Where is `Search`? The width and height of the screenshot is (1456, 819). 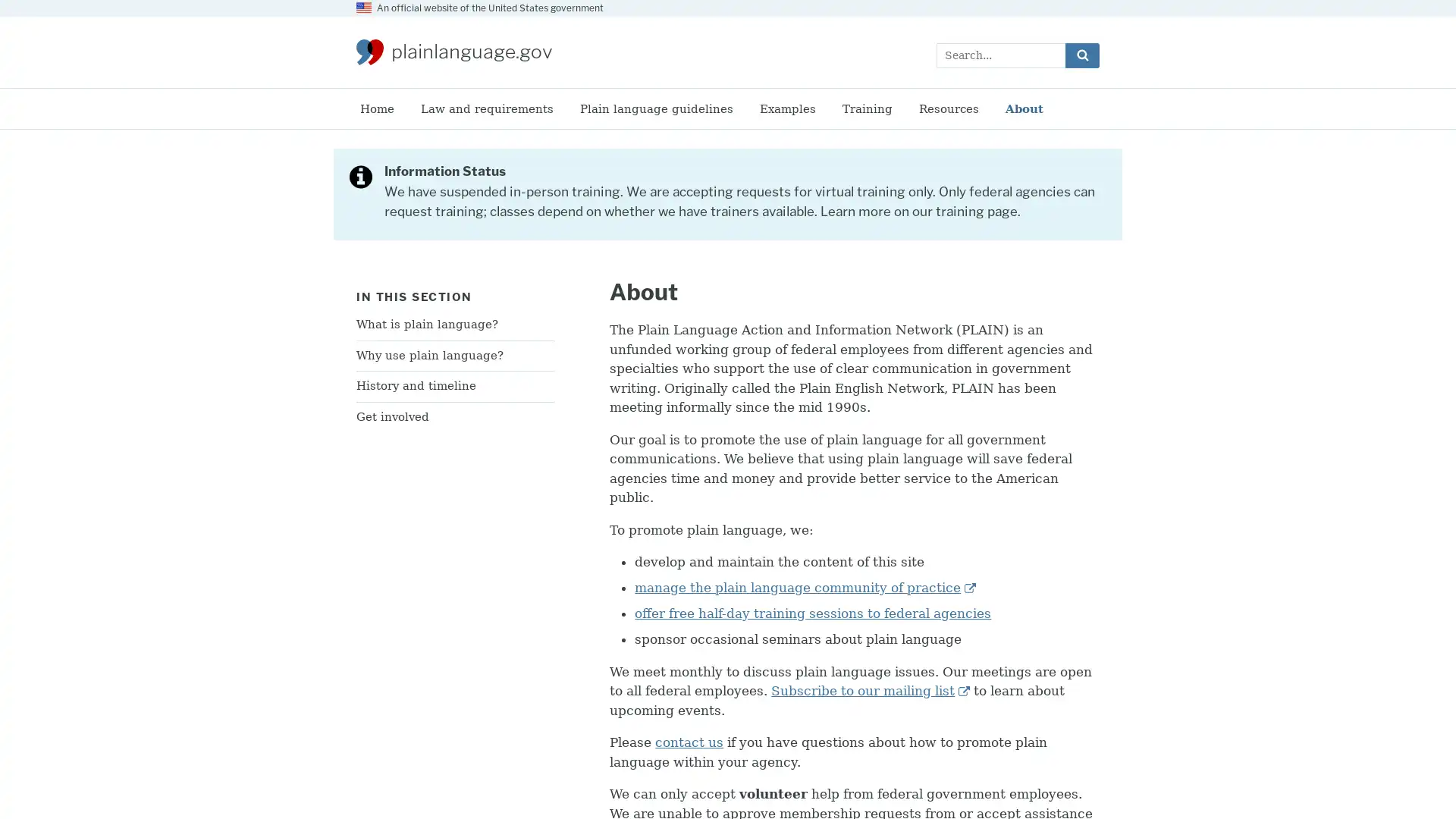
Search is located at coordinates (1081, 54).